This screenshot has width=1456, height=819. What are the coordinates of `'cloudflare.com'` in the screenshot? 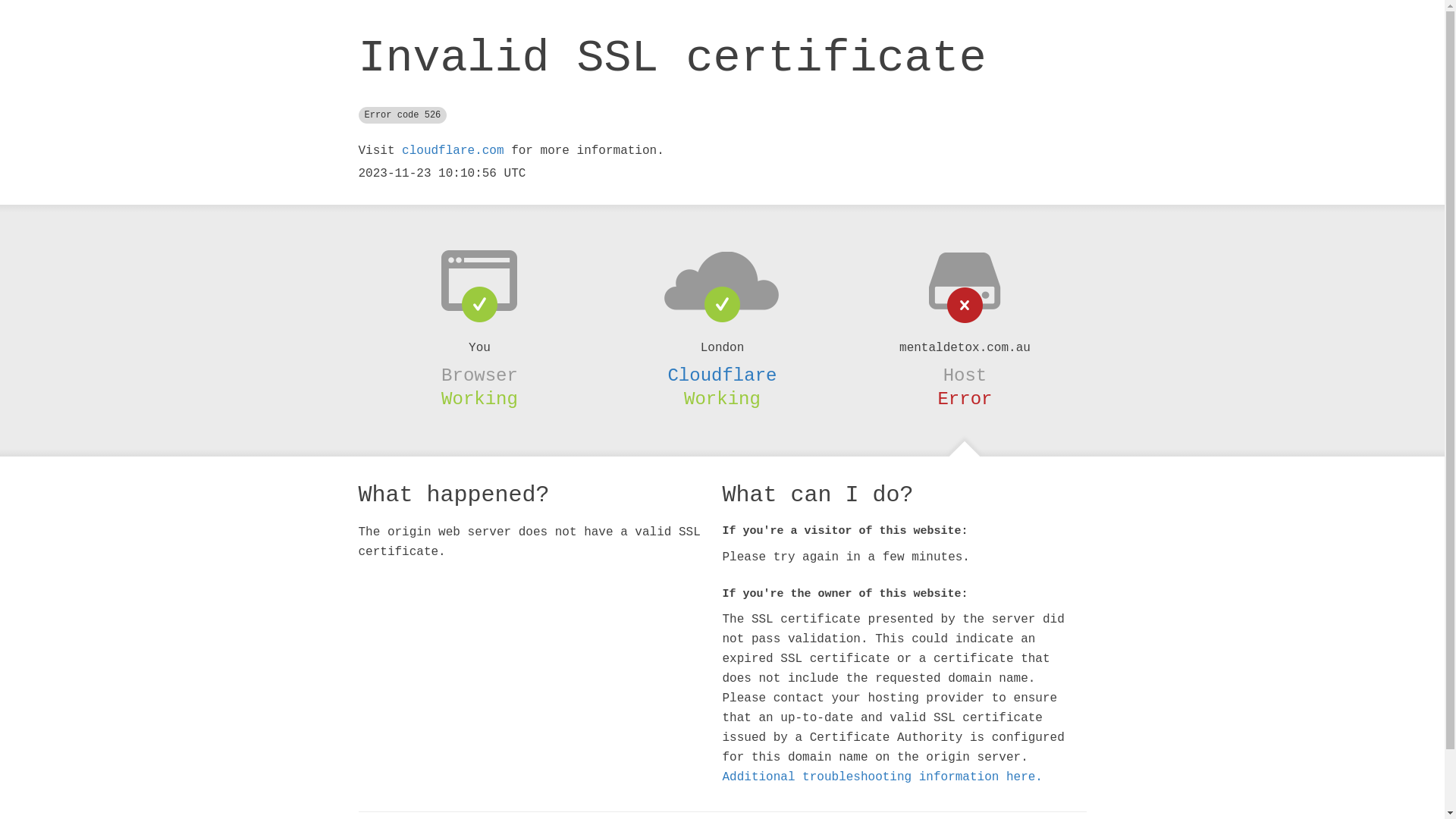 It's located at (451, 151).